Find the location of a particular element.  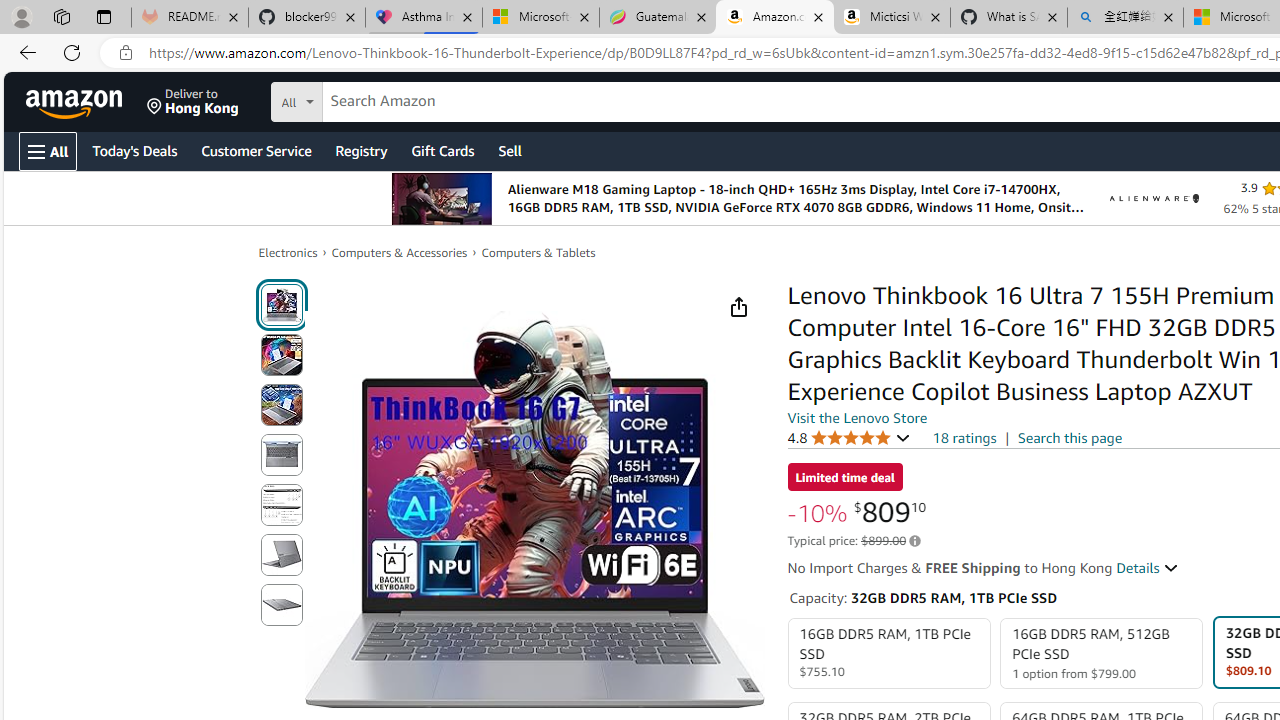

'Amazon' is located at coordinates (76, 101).